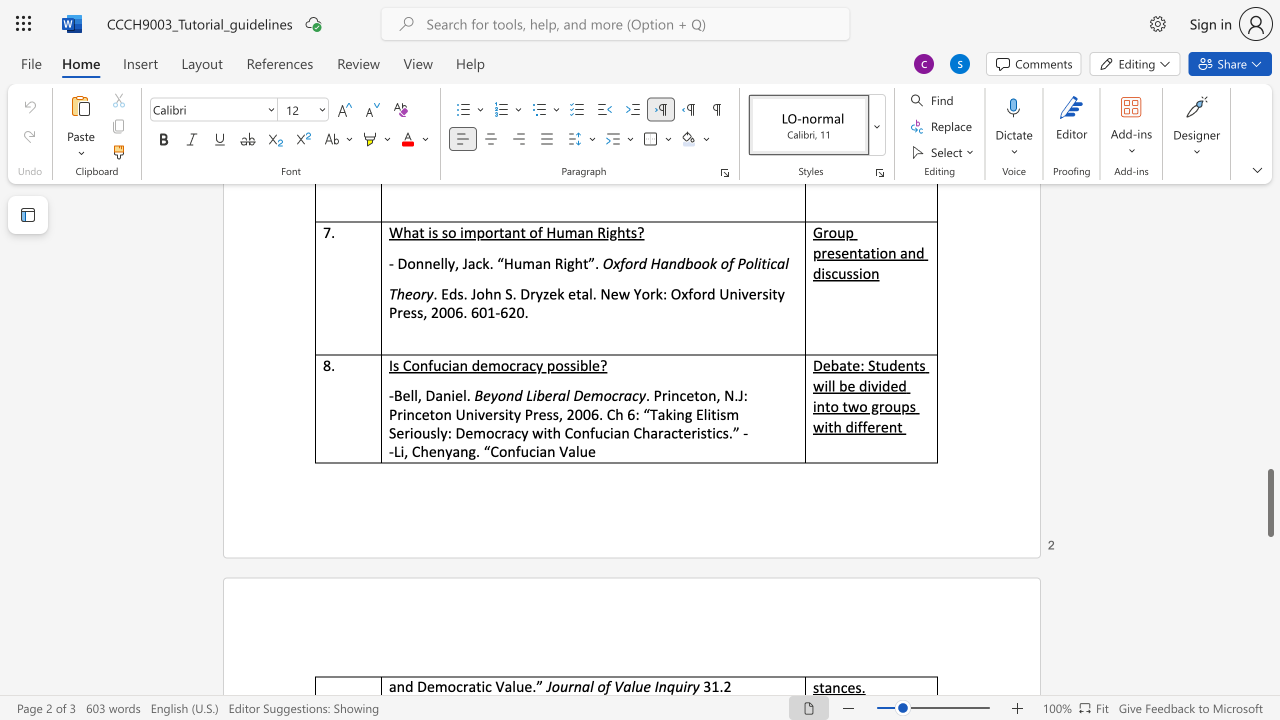 The height and width of the screenshot is (720, 1280). I want to click on the scrollbar to scroll the page up, so click(1269, 300).